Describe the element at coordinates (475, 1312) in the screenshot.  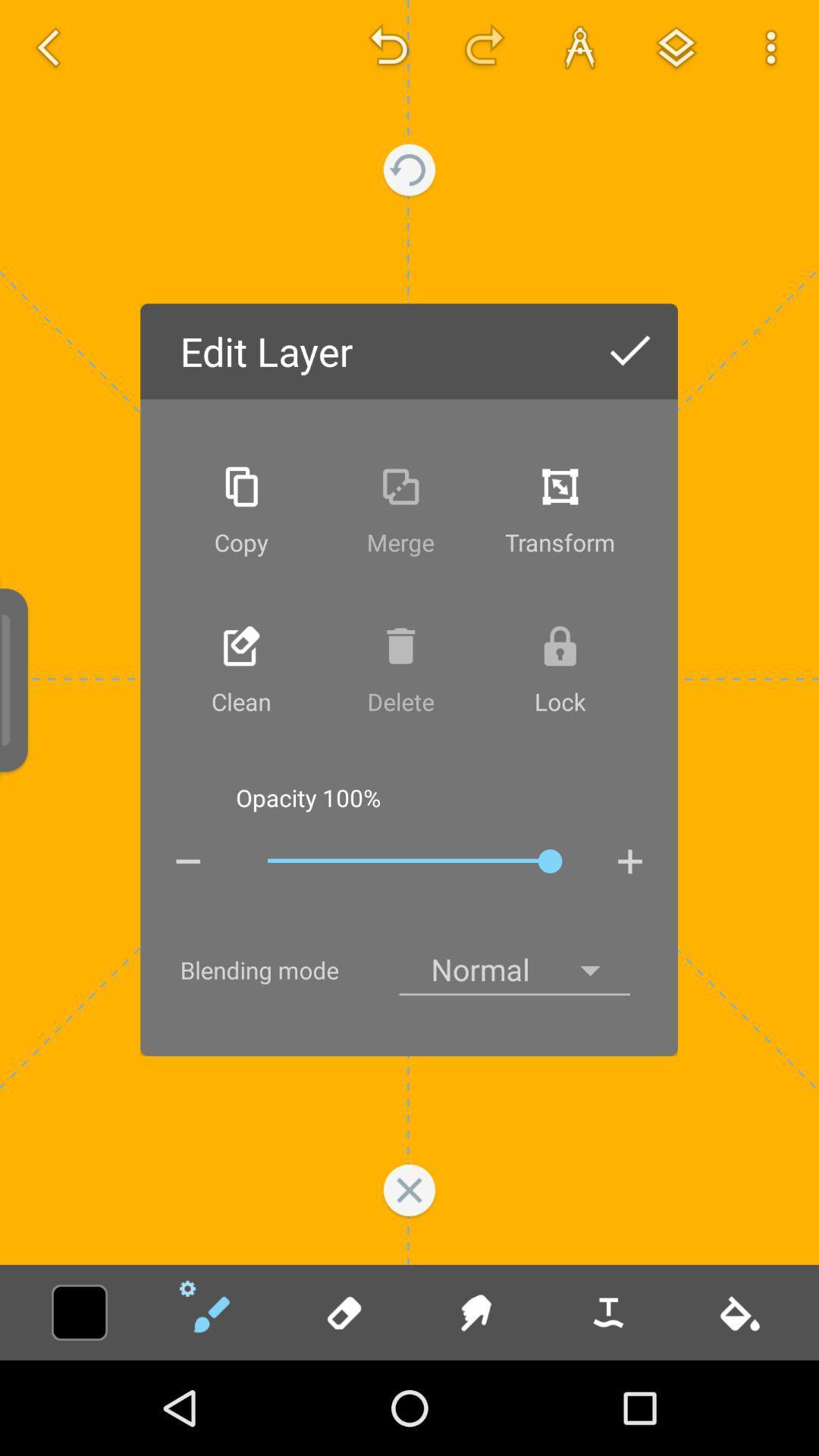
I see `the icon at adjacently right of eraser` at that location.